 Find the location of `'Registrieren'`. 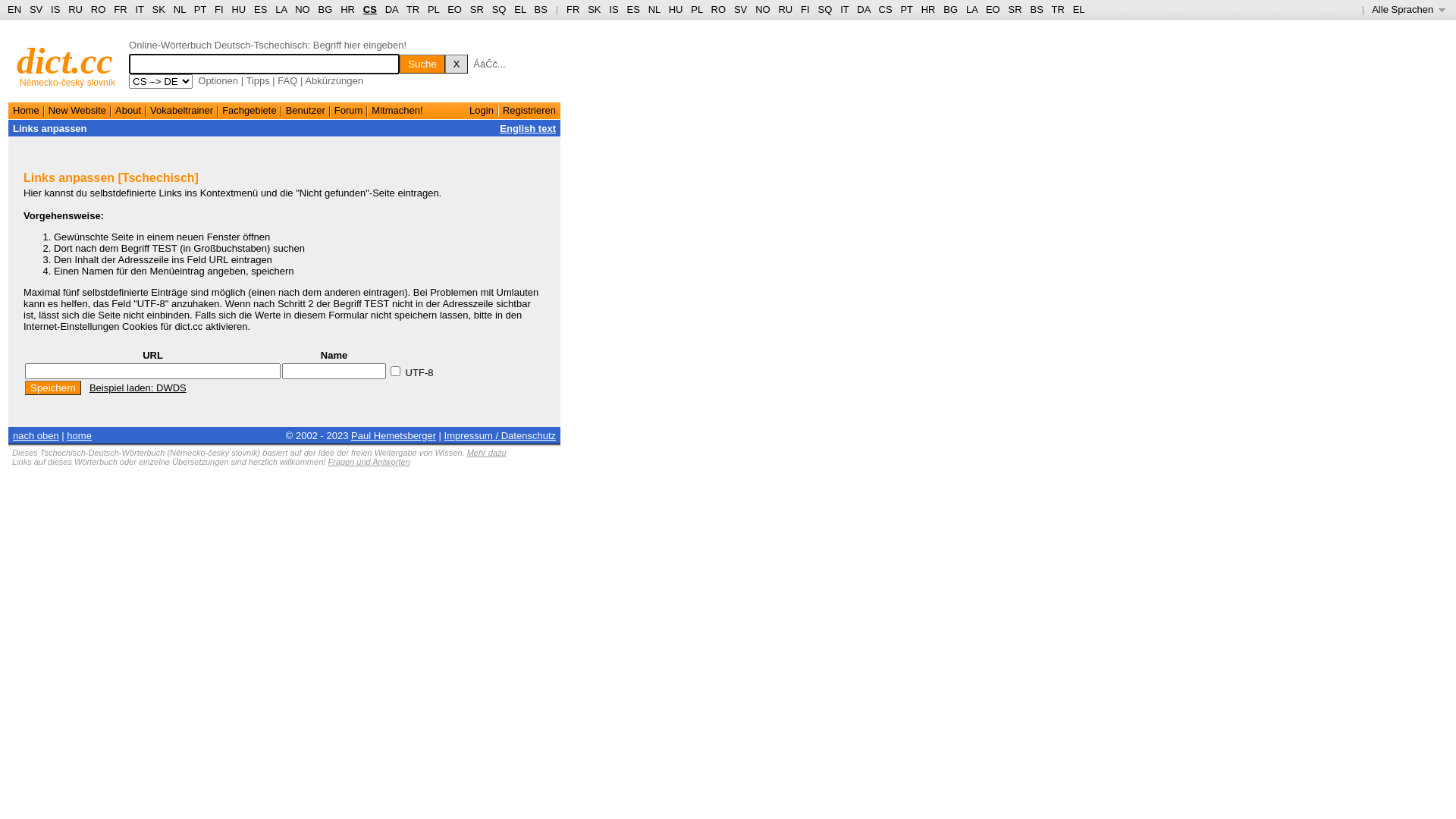

'Registrieren' is located at coordinates (529, 109).